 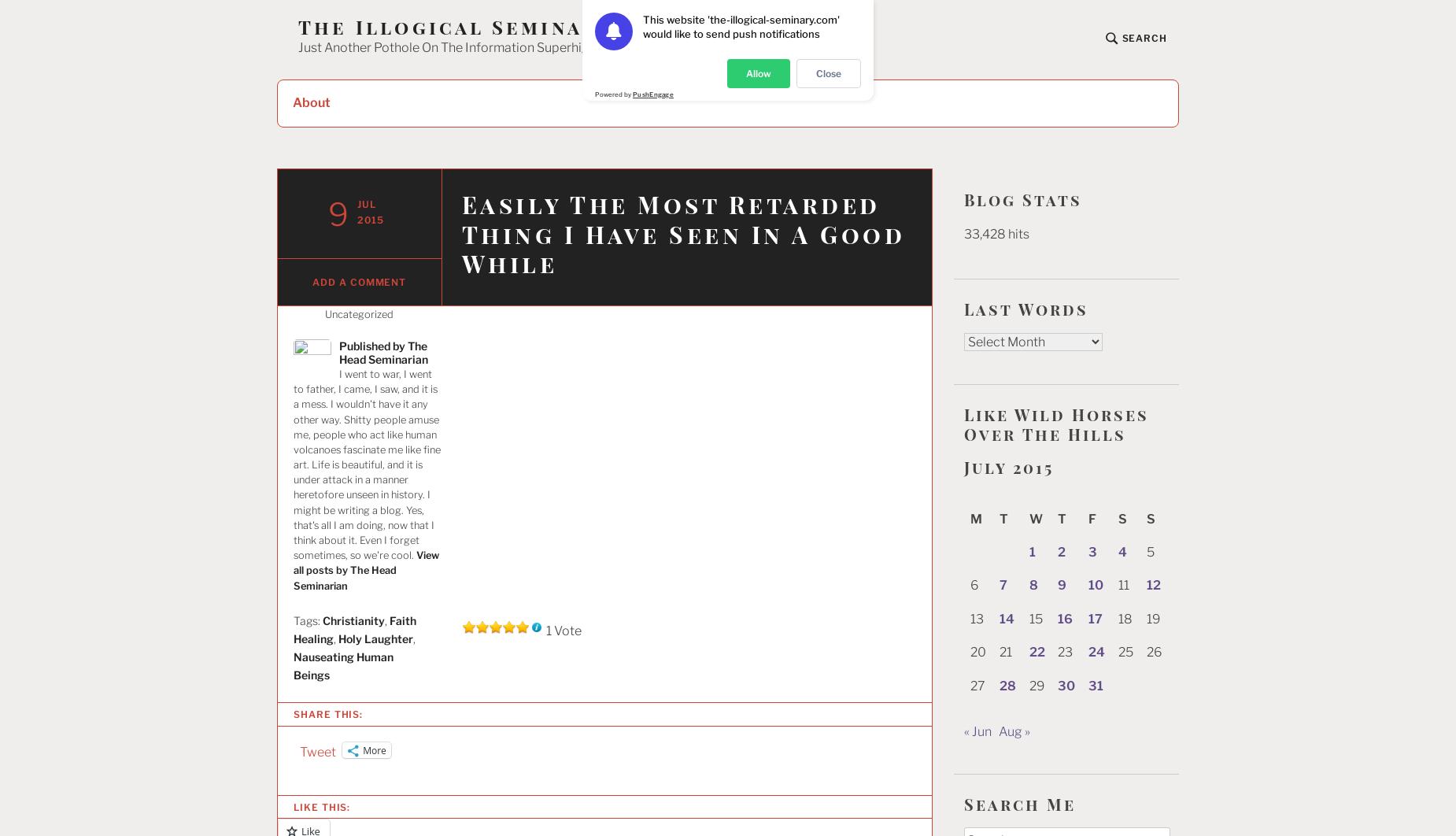 What do you see at coordinates (1096, 585) in the screenshot?
I see `'10'` at bounding box center [1096, 585].